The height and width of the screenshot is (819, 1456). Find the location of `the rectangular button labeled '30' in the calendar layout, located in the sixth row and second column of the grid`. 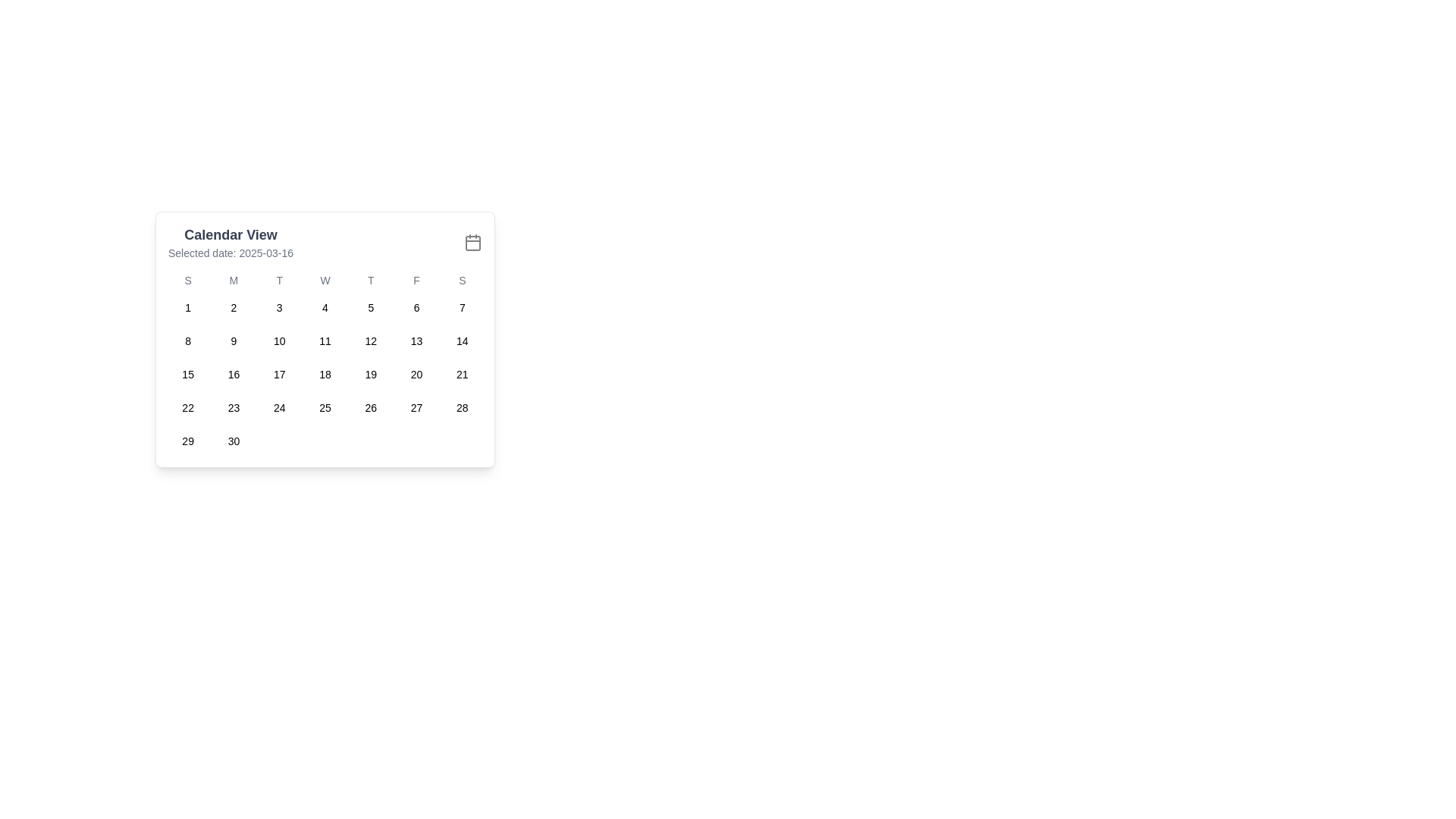

the rectangular button labeled '30' in the calendar layout, located in the sixth row and second column of the grid is located at coordinates (233, 441).